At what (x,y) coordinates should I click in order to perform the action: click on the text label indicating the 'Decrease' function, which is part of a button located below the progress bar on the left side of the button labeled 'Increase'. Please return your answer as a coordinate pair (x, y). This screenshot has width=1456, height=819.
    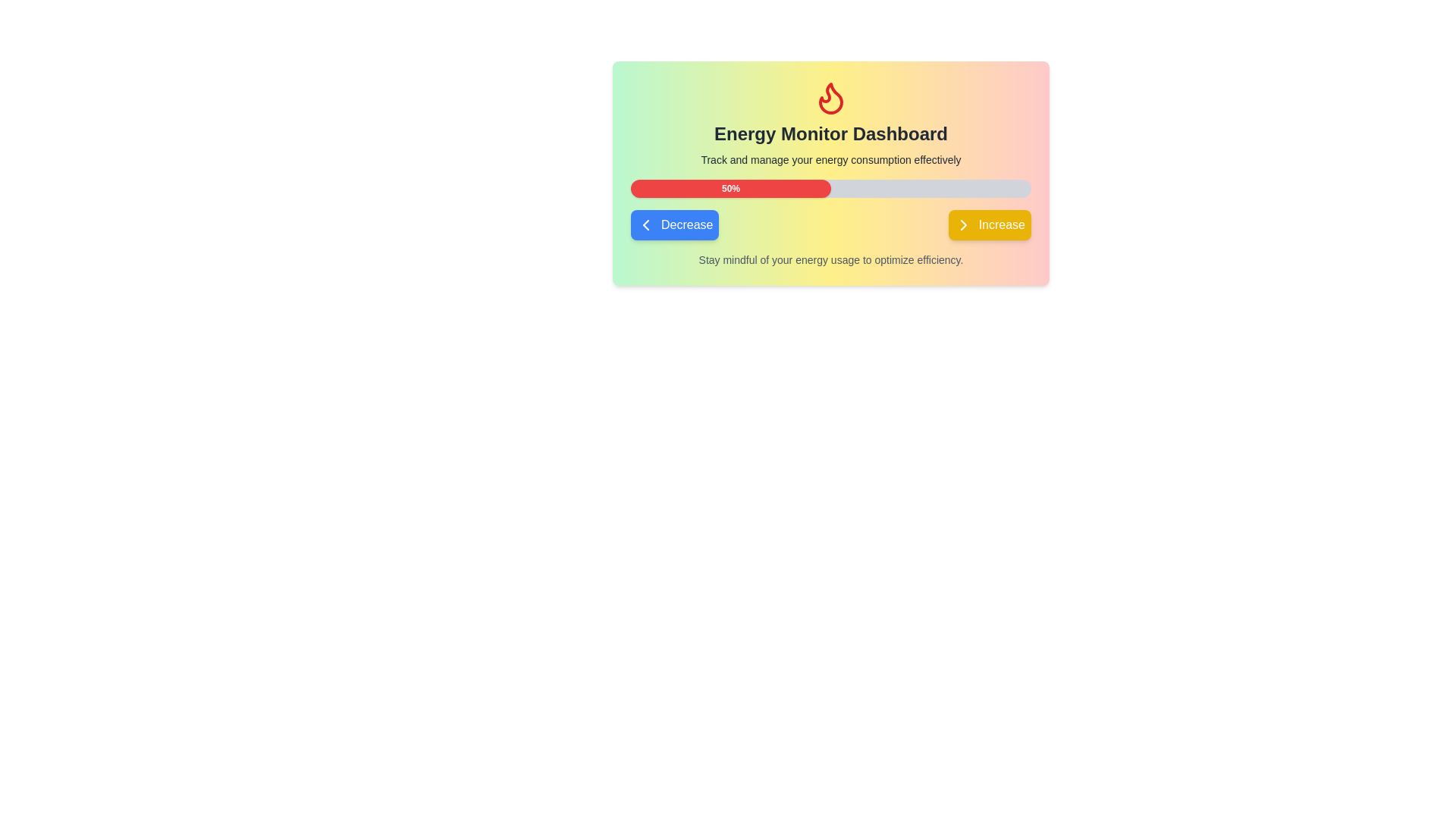
    Looking at the image, I should click on (686, 225).